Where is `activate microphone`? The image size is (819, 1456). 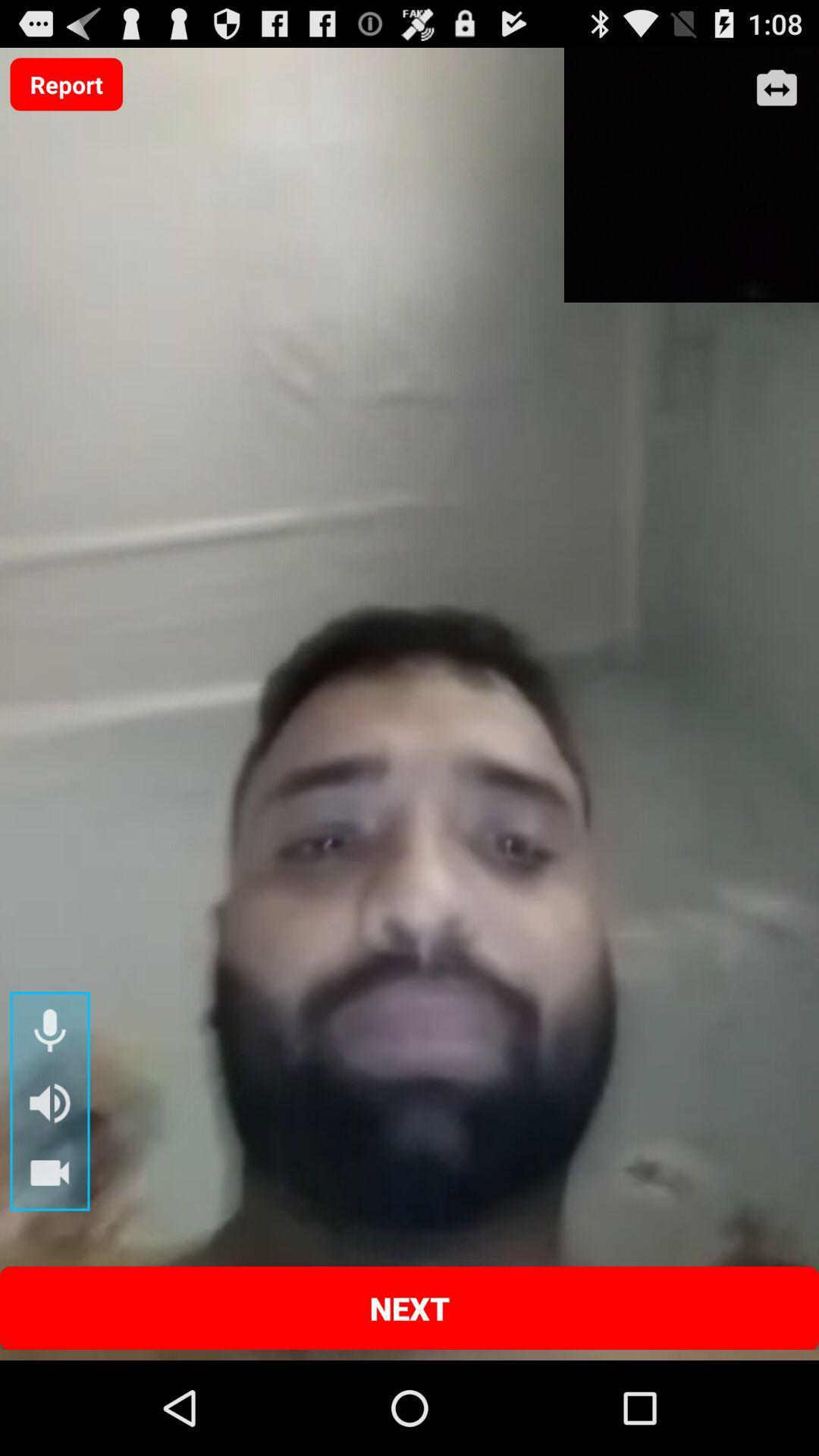
activate microphone is located at coordinates (49, 1031).